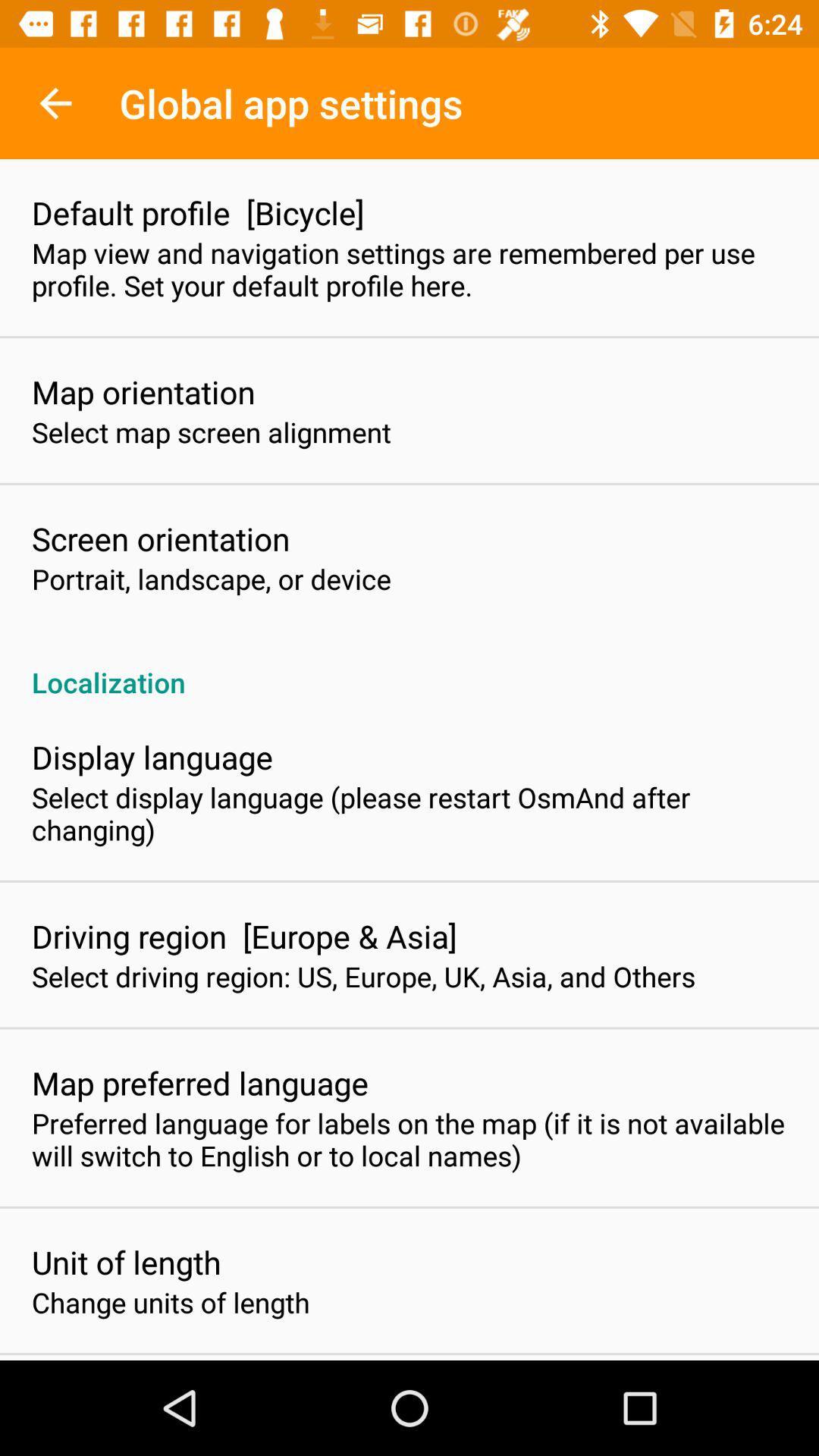 The width and height of the screenshot is (819, 1456). I want to click on the icon below the map orientation, so click(211, 431).